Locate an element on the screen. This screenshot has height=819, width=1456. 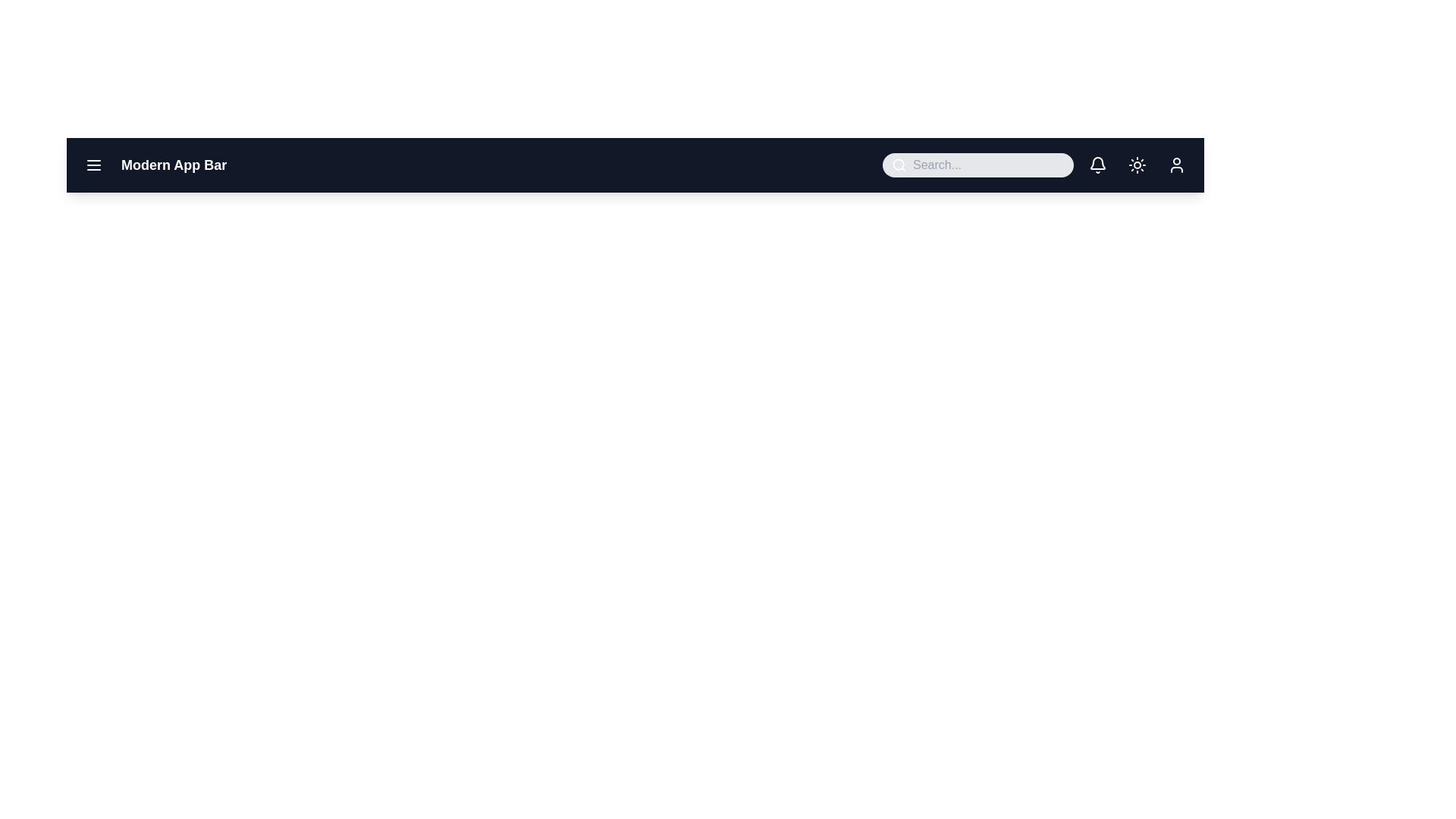
the theme toggle button to switch between light and dark mode is located at coordinates (1137, 165).